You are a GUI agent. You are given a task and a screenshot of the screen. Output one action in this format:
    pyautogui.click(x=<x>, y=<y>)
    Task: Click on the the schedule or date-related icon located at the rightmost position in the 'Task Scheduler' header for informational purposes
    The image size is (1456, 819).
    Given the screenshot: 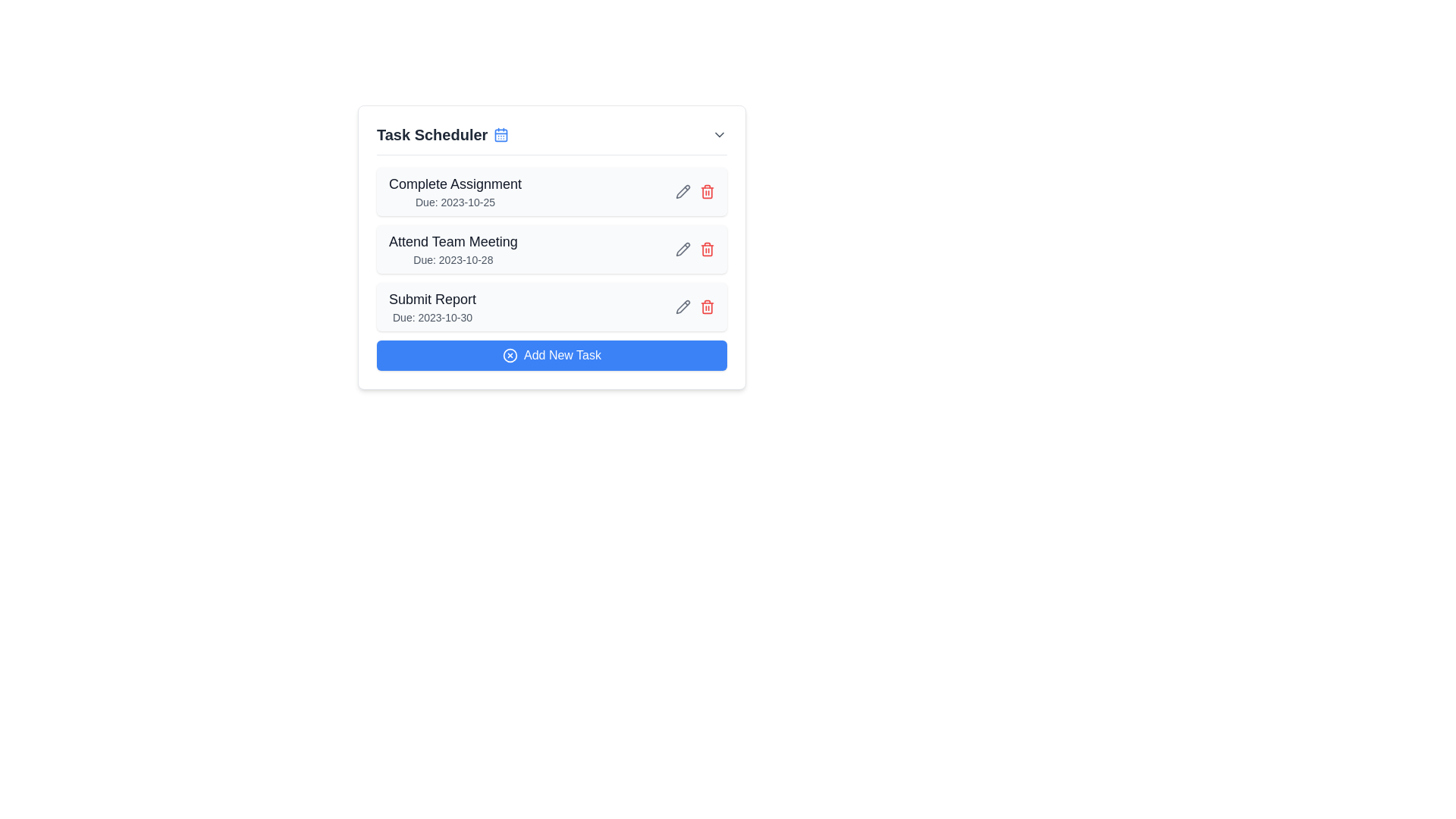 What is the action you would take?
    pyautogui.click(x=501, y=133)
    